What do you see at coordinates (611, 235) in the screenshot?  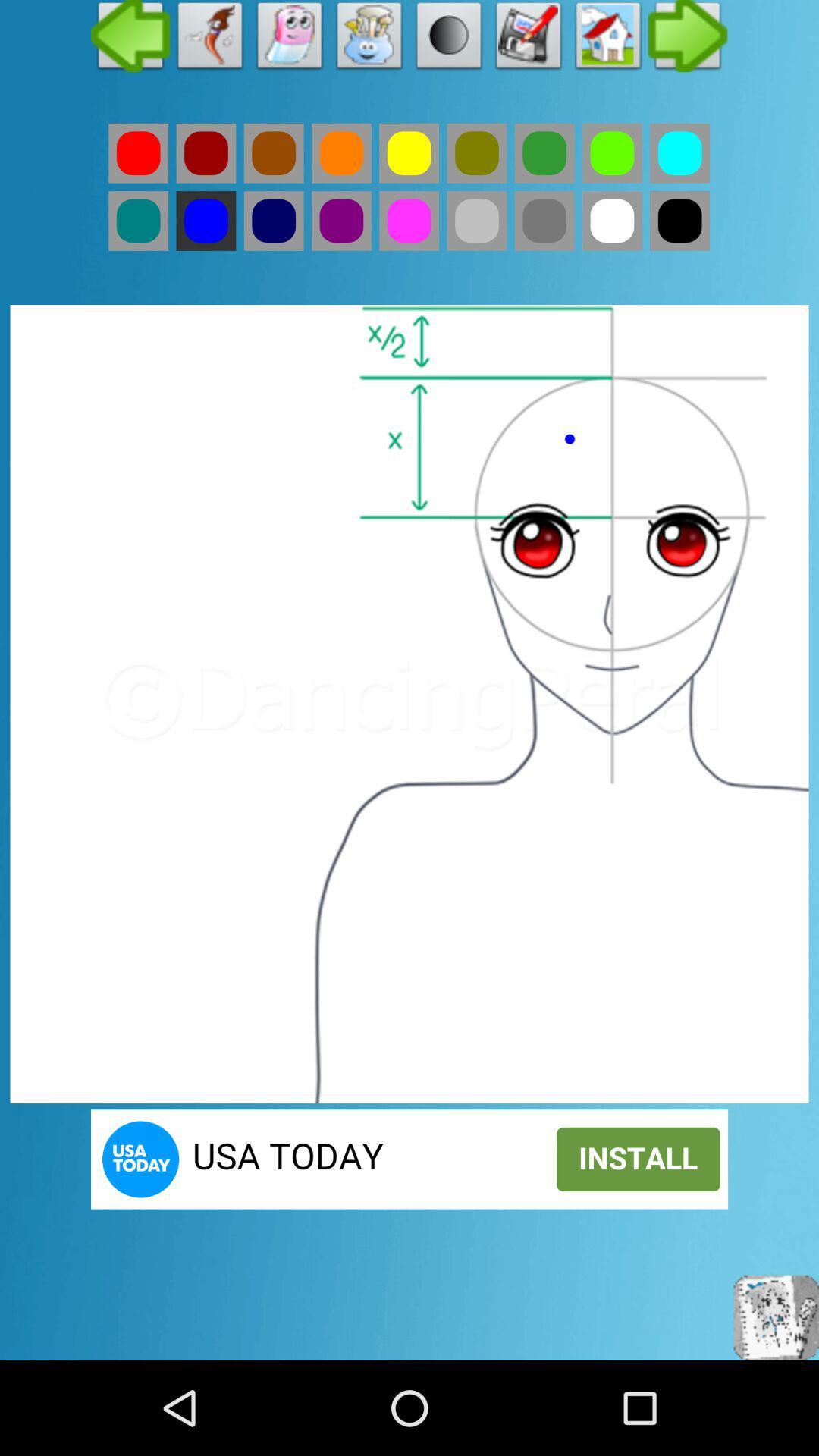 I see `the avatar icon` at bounding box center [611, 235].